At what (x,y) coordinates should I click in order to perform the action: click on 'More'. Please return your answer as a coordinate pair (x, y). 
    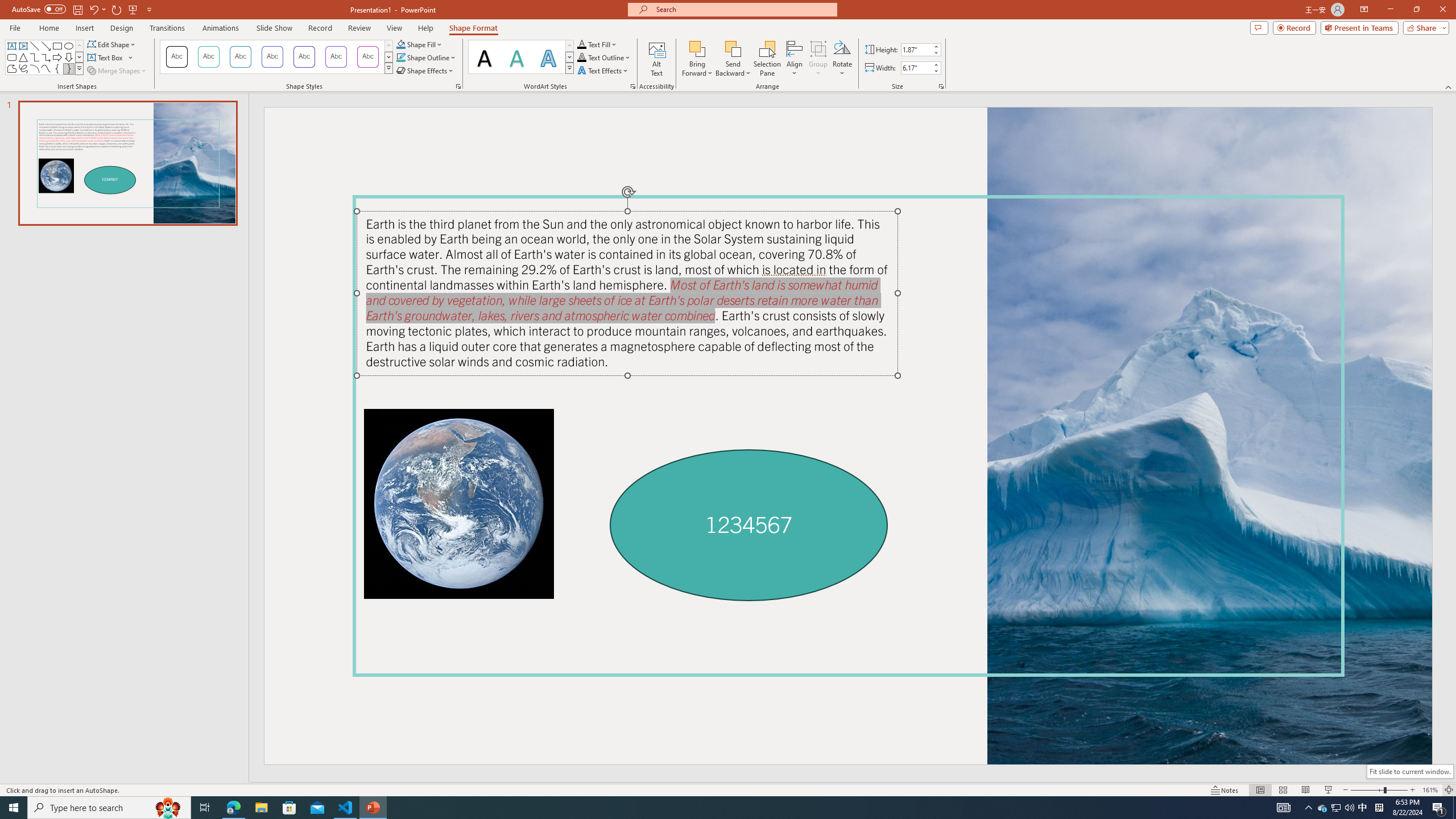
    Looking at the image, I should click on (934, 65).